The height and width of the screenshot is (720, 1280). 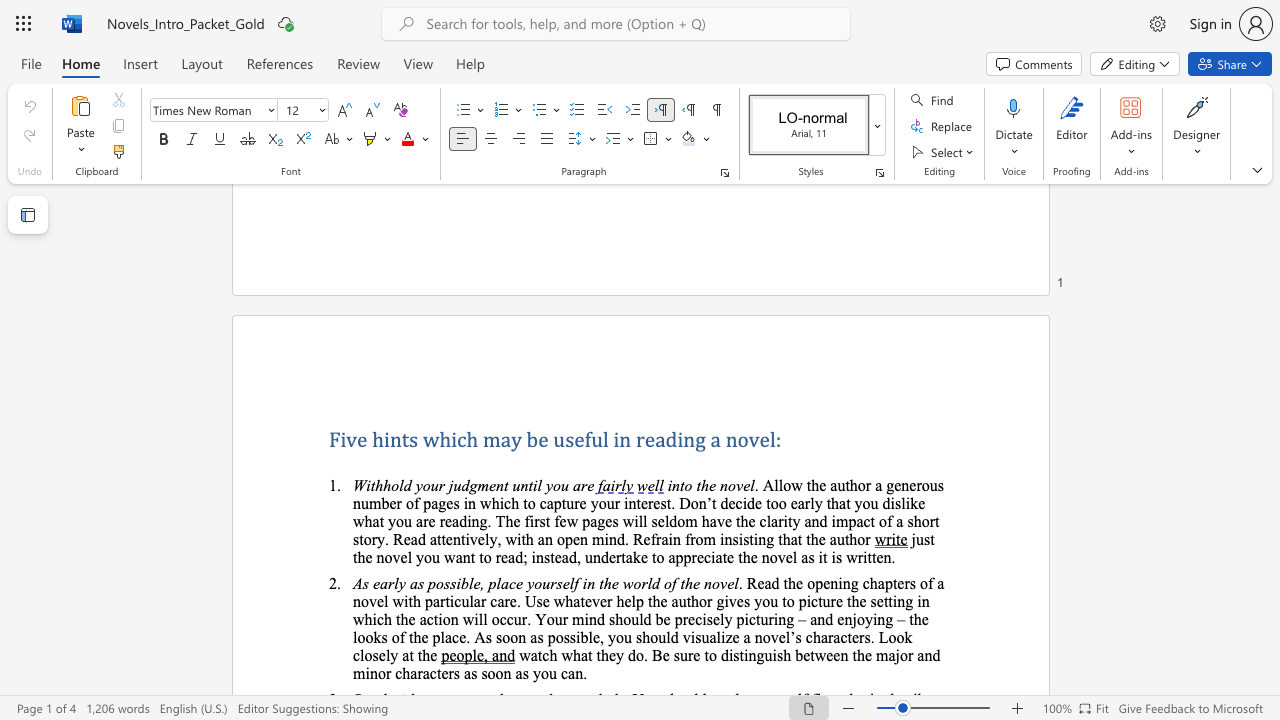 What do you see at coordinates (372, 583) in the screenshot?
I see `the subset text "early as possible, pla" within the text "As early as possible, place yourself in the world of the novel"` at bounding box center [372, 583].